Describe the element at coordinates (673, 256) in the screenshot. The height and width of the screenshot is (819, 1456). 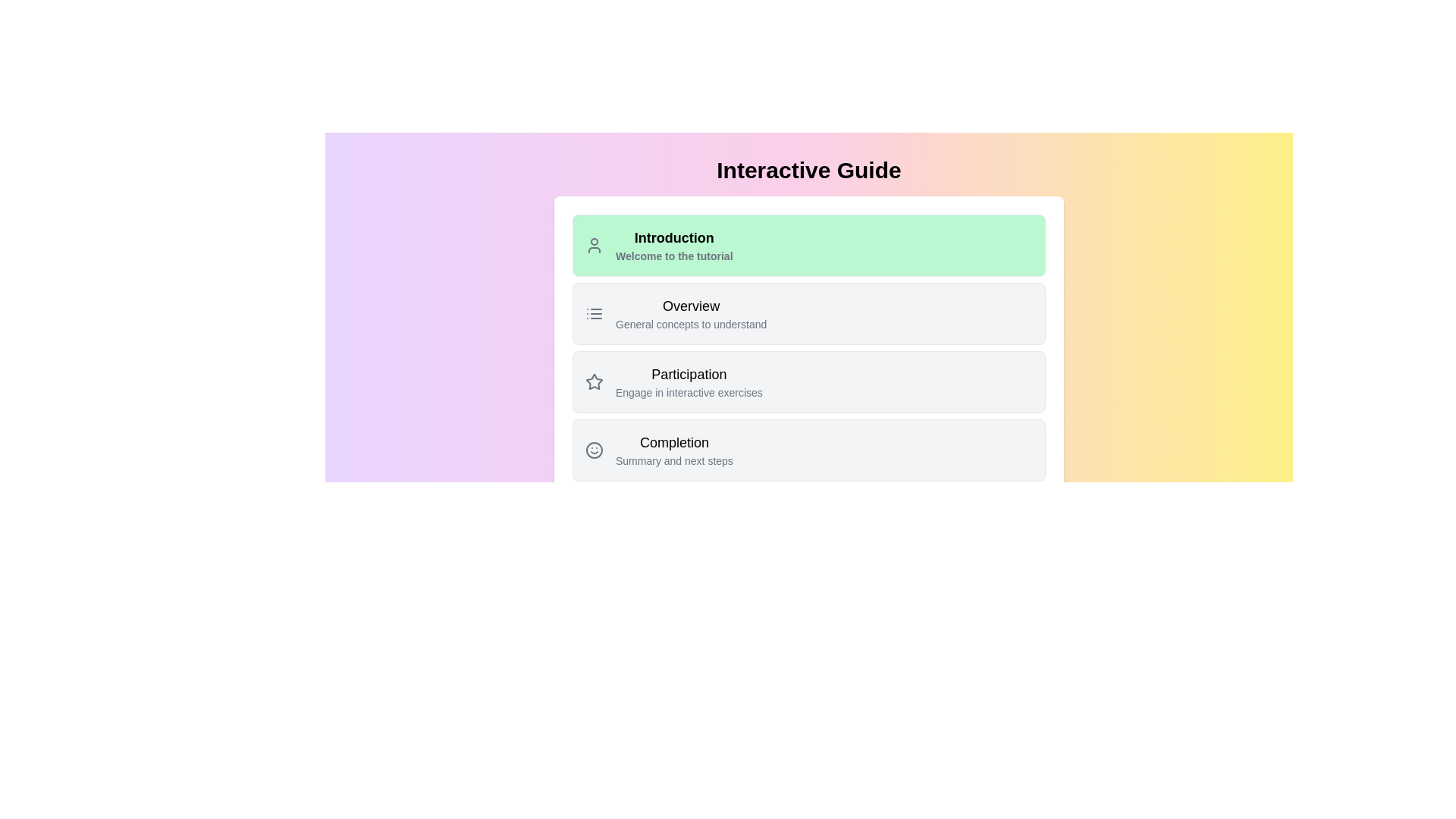
I see `text string 'Welcome to the tutorial' displayed in a light gray color within the light green banner below the title 'Introduction'` at that location.